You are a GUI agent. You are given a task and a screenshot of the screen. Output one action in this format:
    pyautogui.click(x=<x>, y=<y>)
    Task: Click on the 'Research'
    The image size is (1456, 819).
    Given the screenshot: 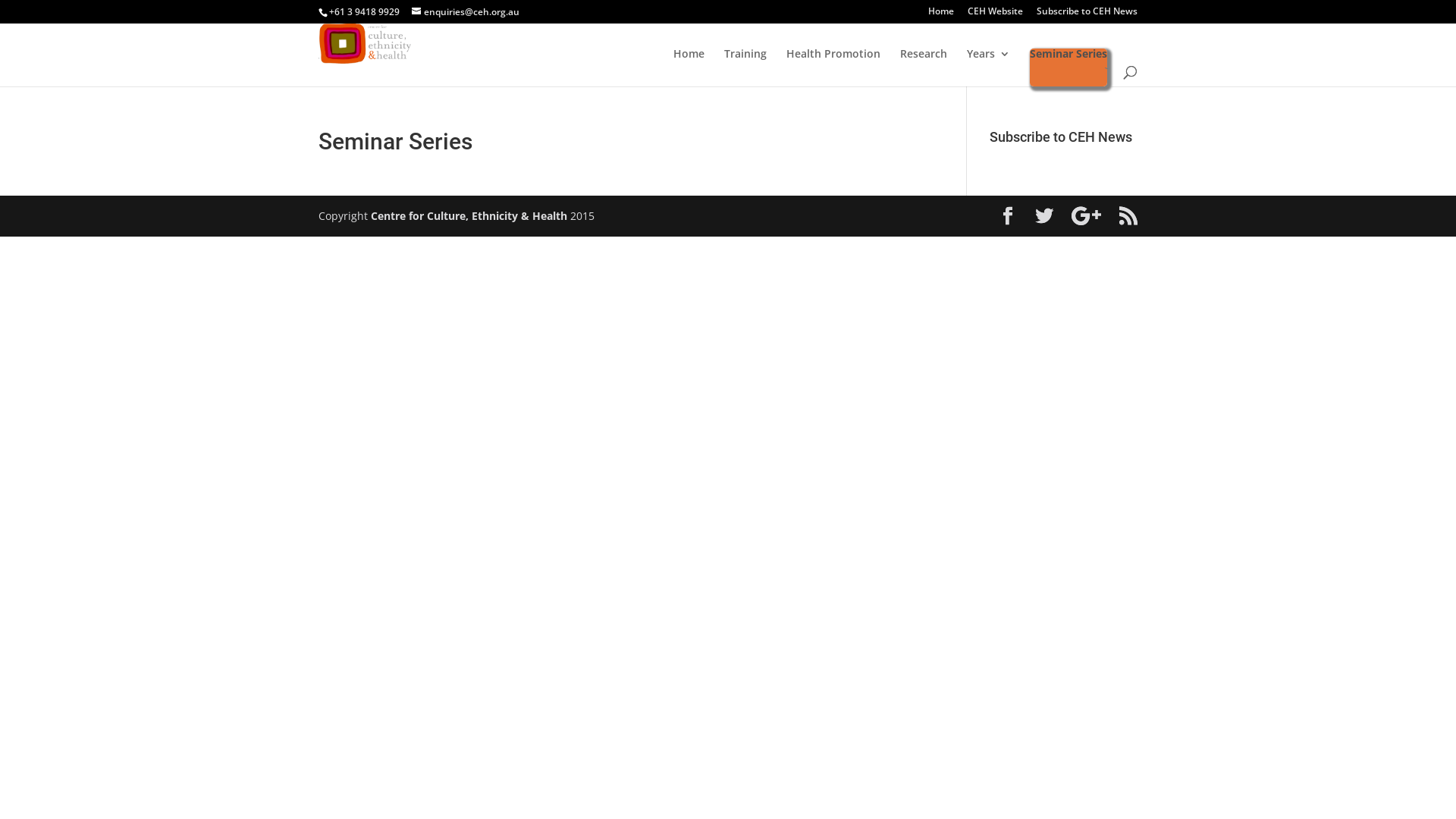 What is the action you would take?
    pyautogui.click(x=923, y=65)
    